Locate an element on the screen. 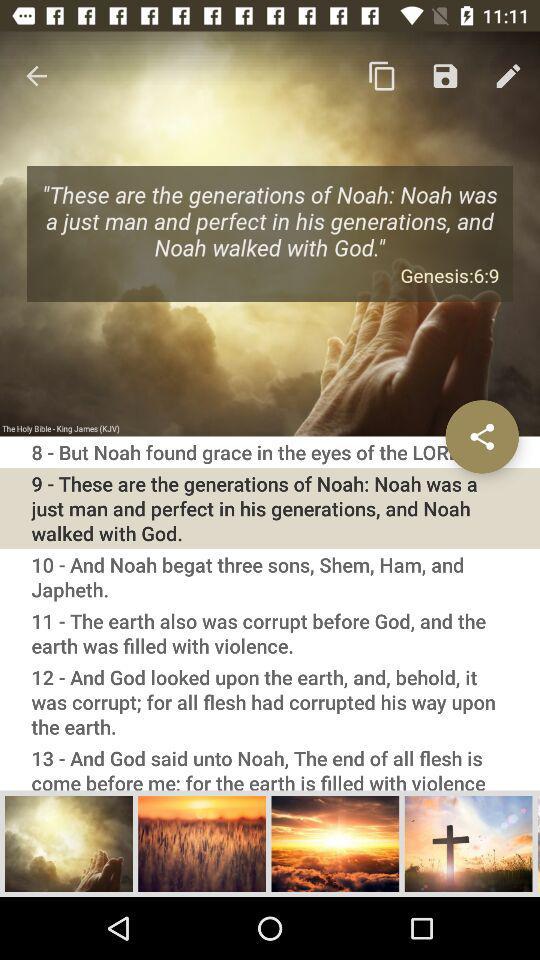 This screenshot has height=960, width=540. the share icon is located at coordinates (481, 436).